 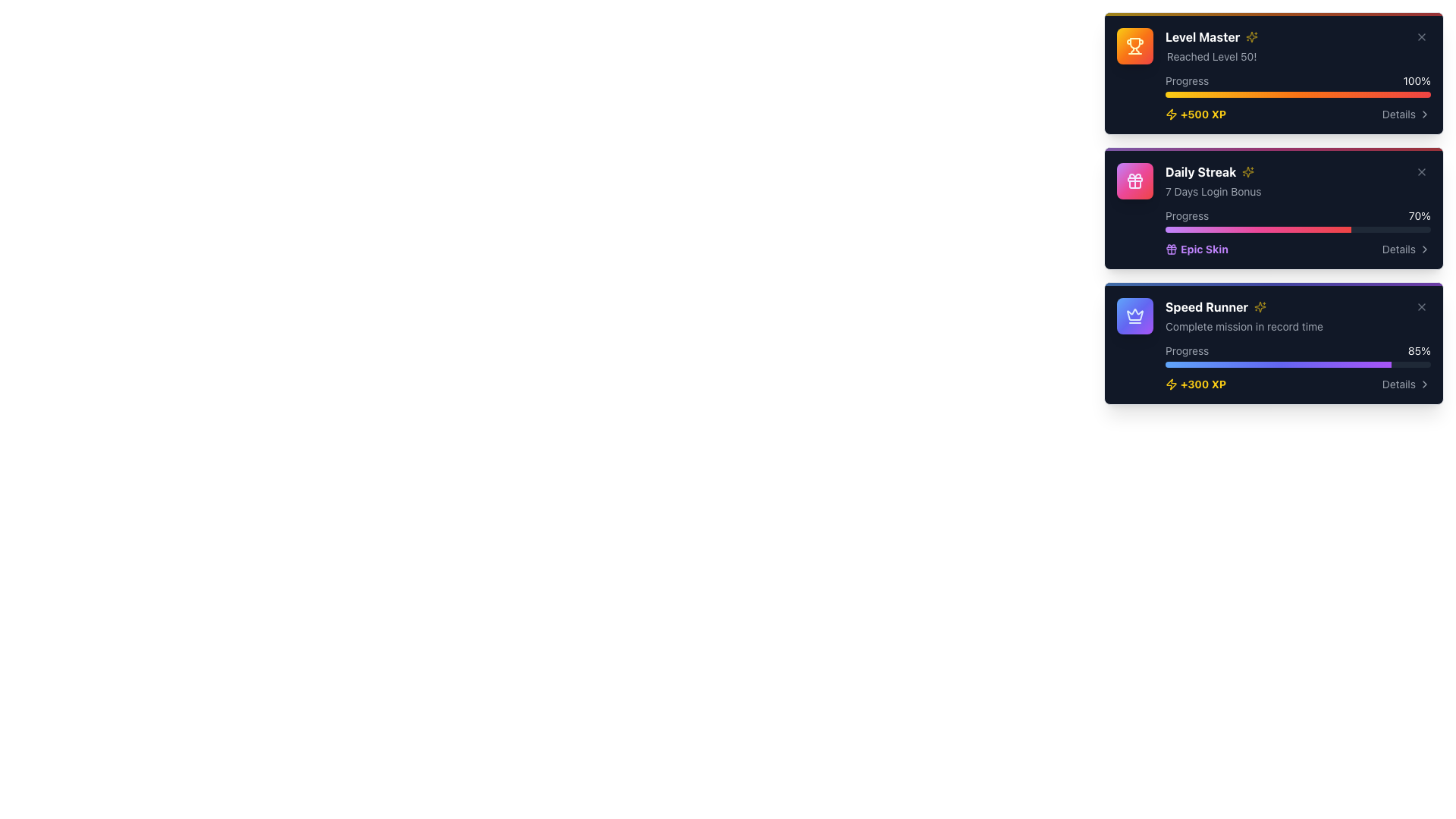 I want to click on the close button located, so click(x=1421, y=36).